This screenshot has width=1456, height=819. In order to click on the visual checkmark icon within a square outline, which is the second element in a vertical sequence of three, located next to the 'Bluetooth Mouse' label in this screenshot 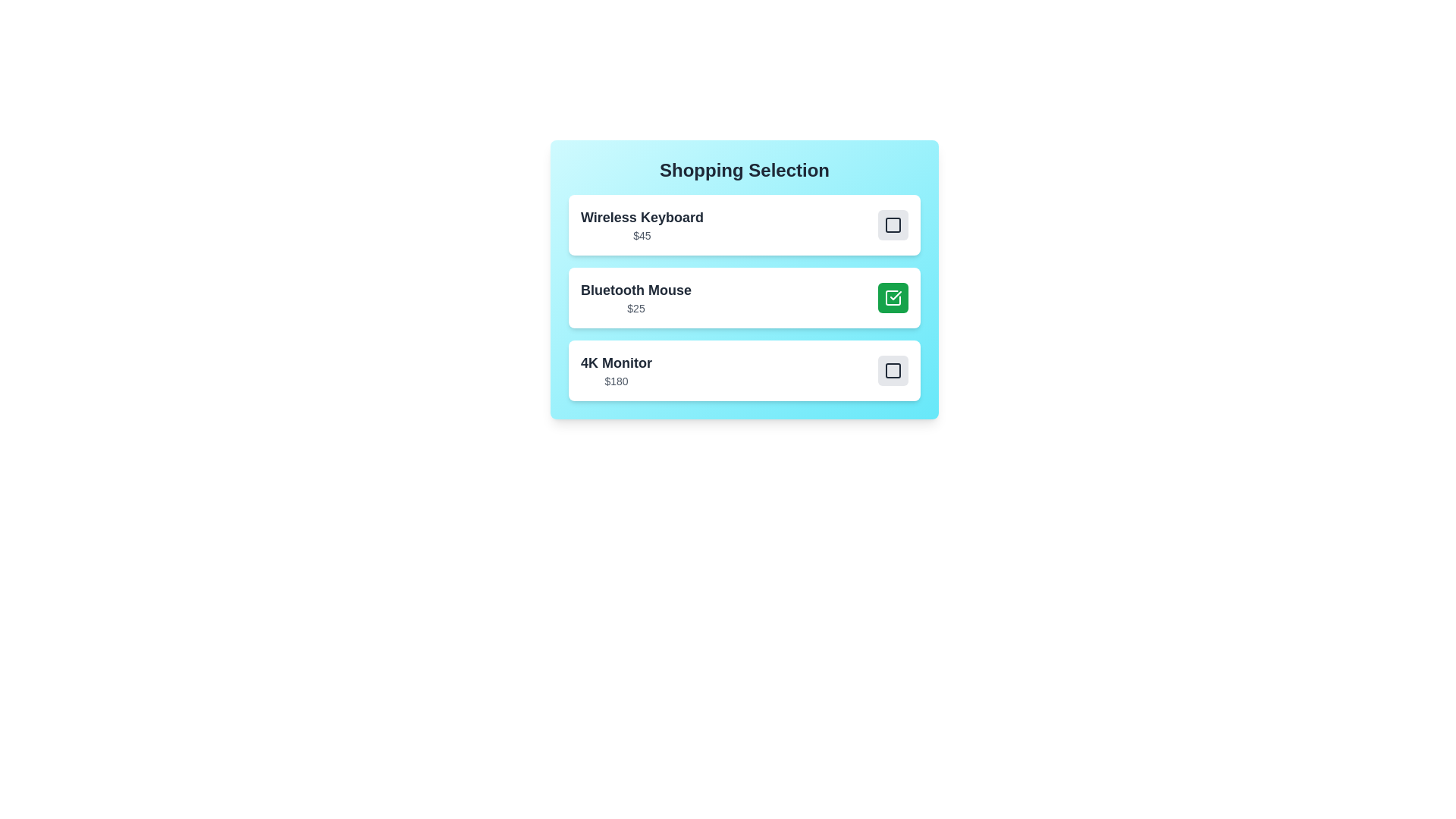, I will do `click(896, 295)`.